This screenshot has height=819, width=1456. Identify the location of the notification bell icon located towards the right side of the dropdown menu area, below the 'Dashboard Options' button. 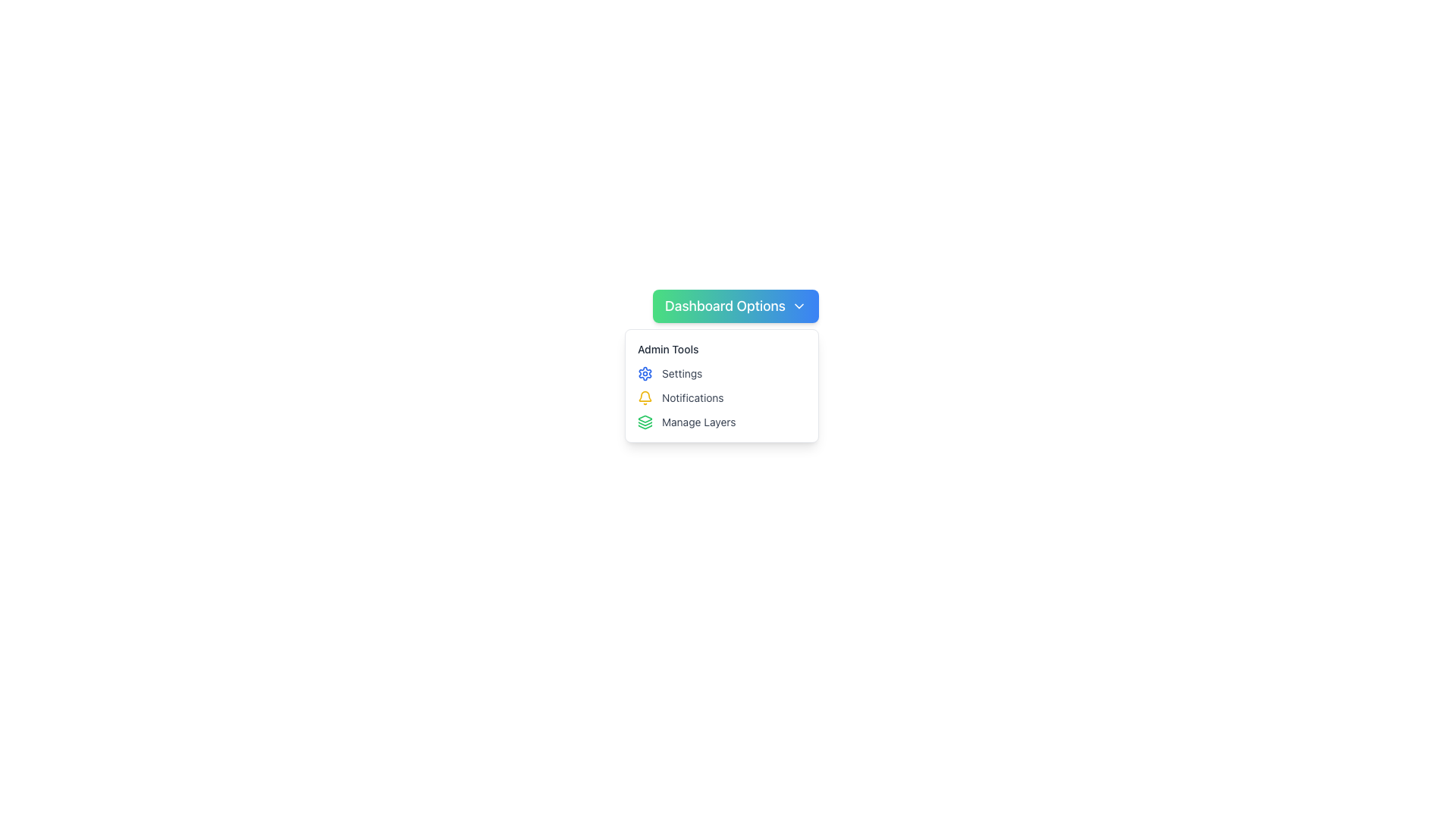
(645, 395).